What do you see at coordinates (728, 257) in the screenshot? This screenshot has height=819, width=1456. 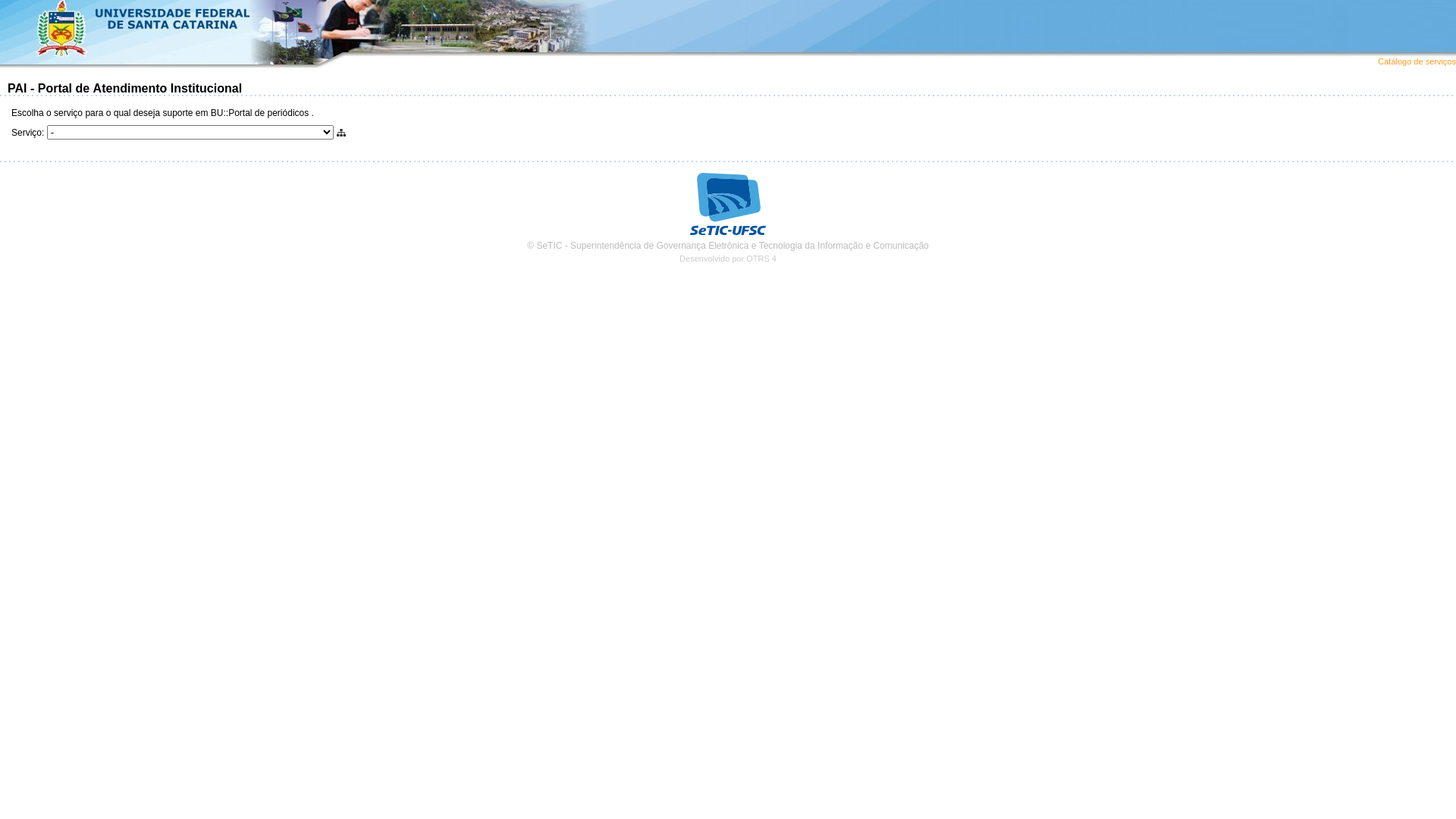 I see `'Desenvolvido por OTRS 4'` at bounding box center [728, 257].